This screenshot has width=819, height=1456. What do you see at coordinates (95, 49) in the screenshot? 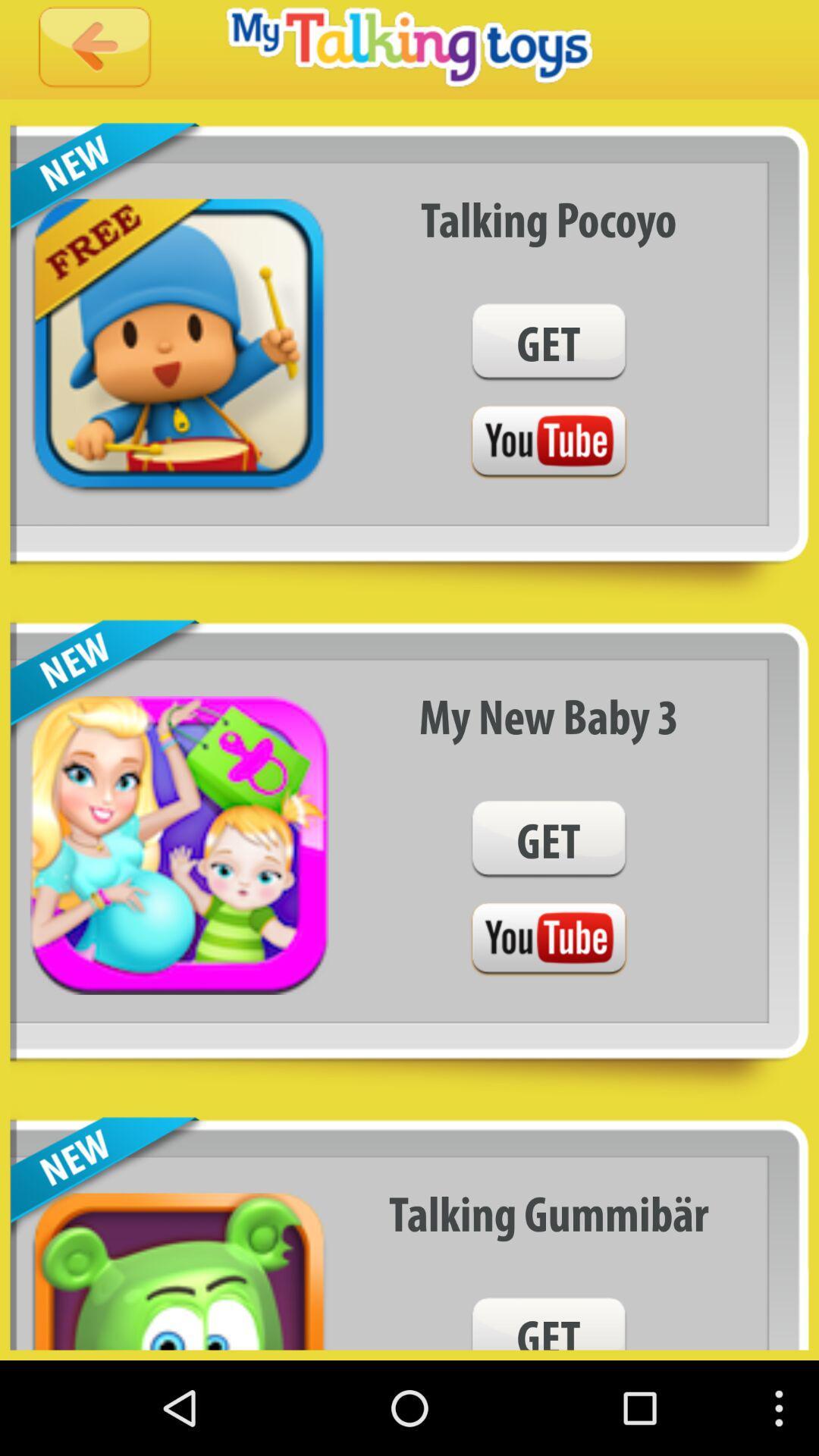
I see `go back` at bounding box center [95, 49].